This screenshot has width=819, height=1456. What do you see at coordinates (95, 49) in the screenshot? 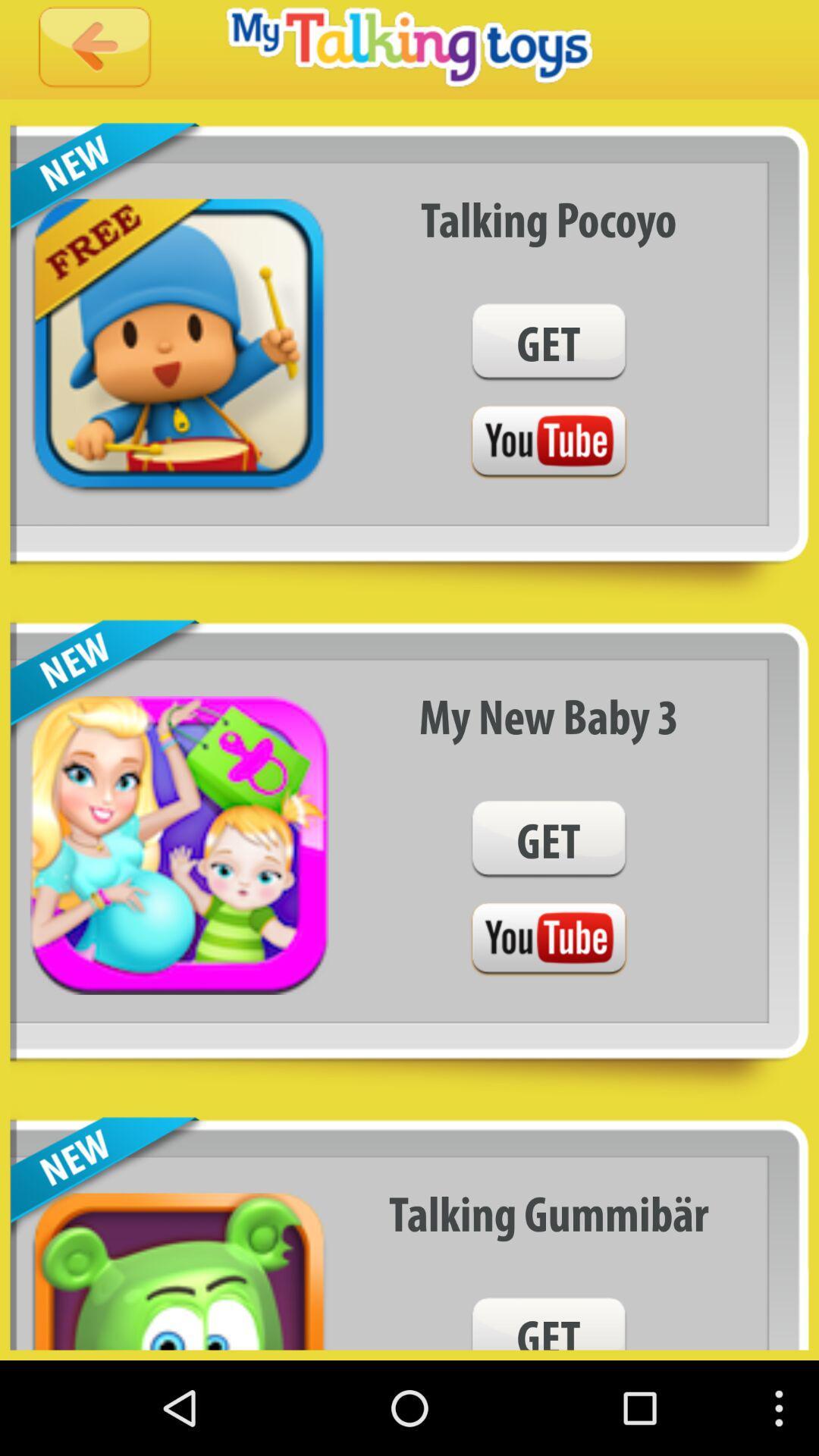
I see `go back` at bounding box center [95, 49].